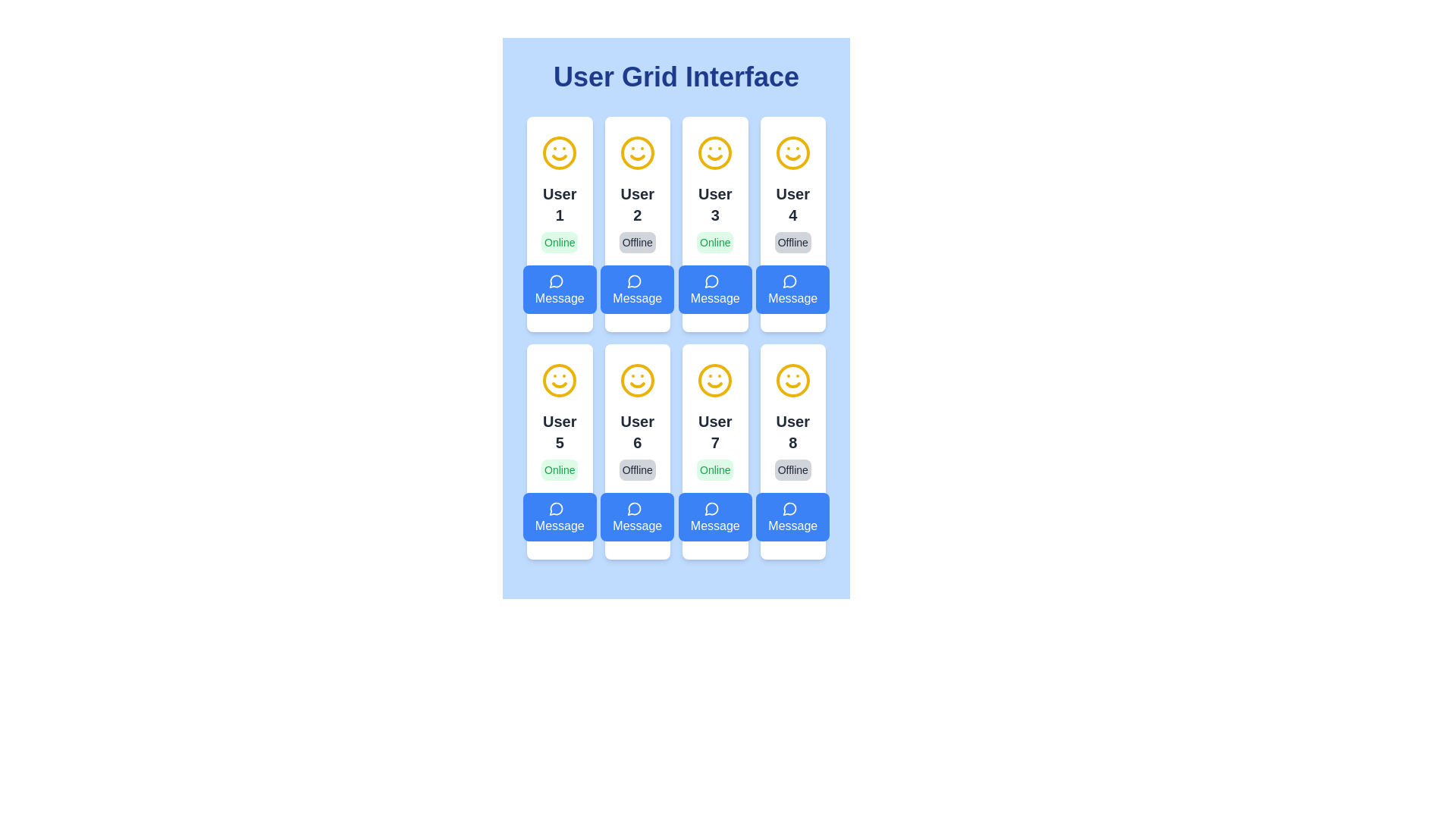  Describe the element at coordinates (714, 379) in the screenshot. I see `the circular yellow smiley face icon located at the top of the card labeled 'User 7' in the second row of the user grid` at that location.